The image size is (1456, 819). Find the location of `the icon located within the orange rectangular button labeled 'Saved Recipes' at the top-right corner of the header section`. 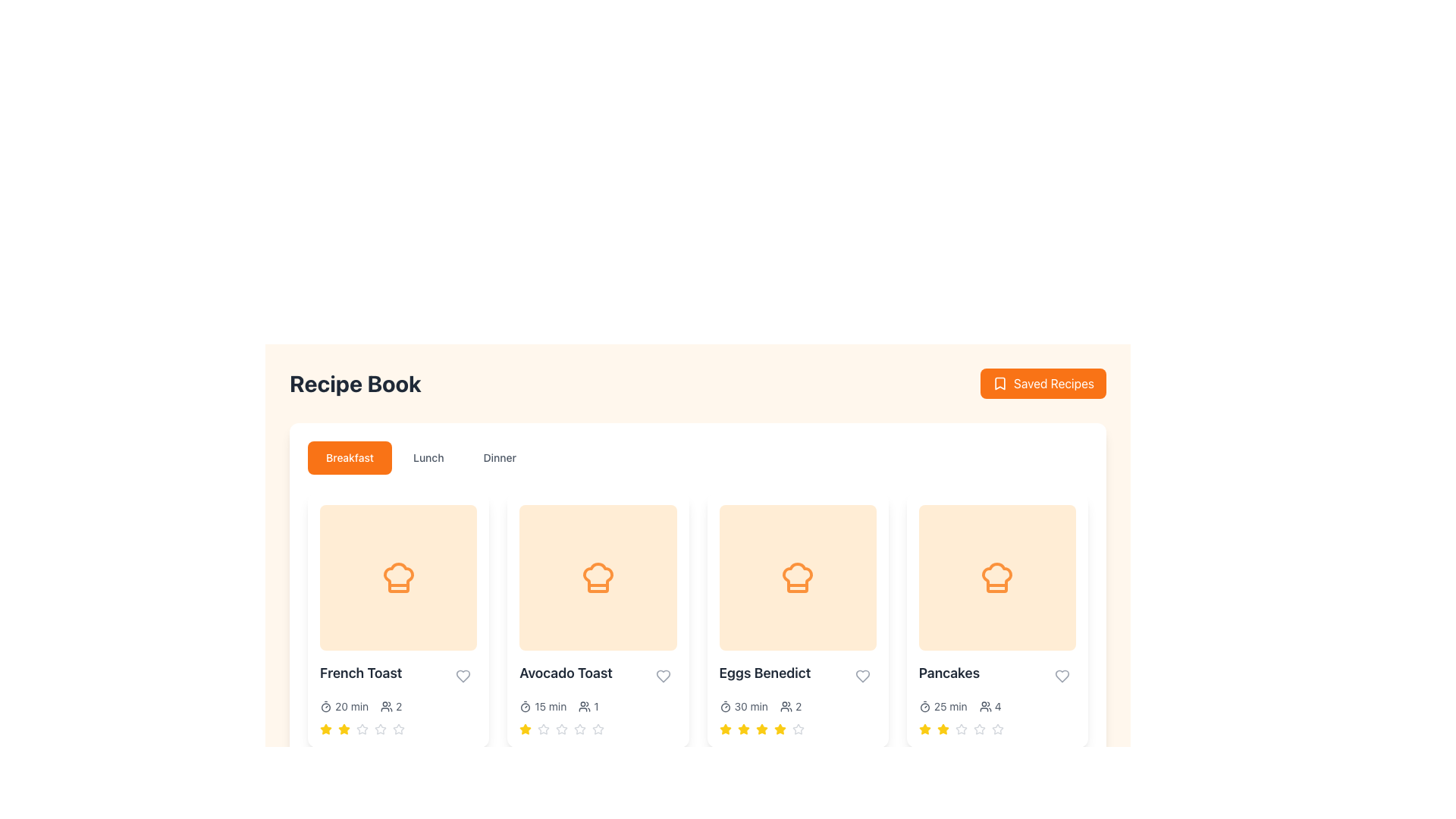

the icon located within the orange rectangular button labeled 'Saved Recipes' at the top-right corner of the header section is located at coordinates (1000, 382).